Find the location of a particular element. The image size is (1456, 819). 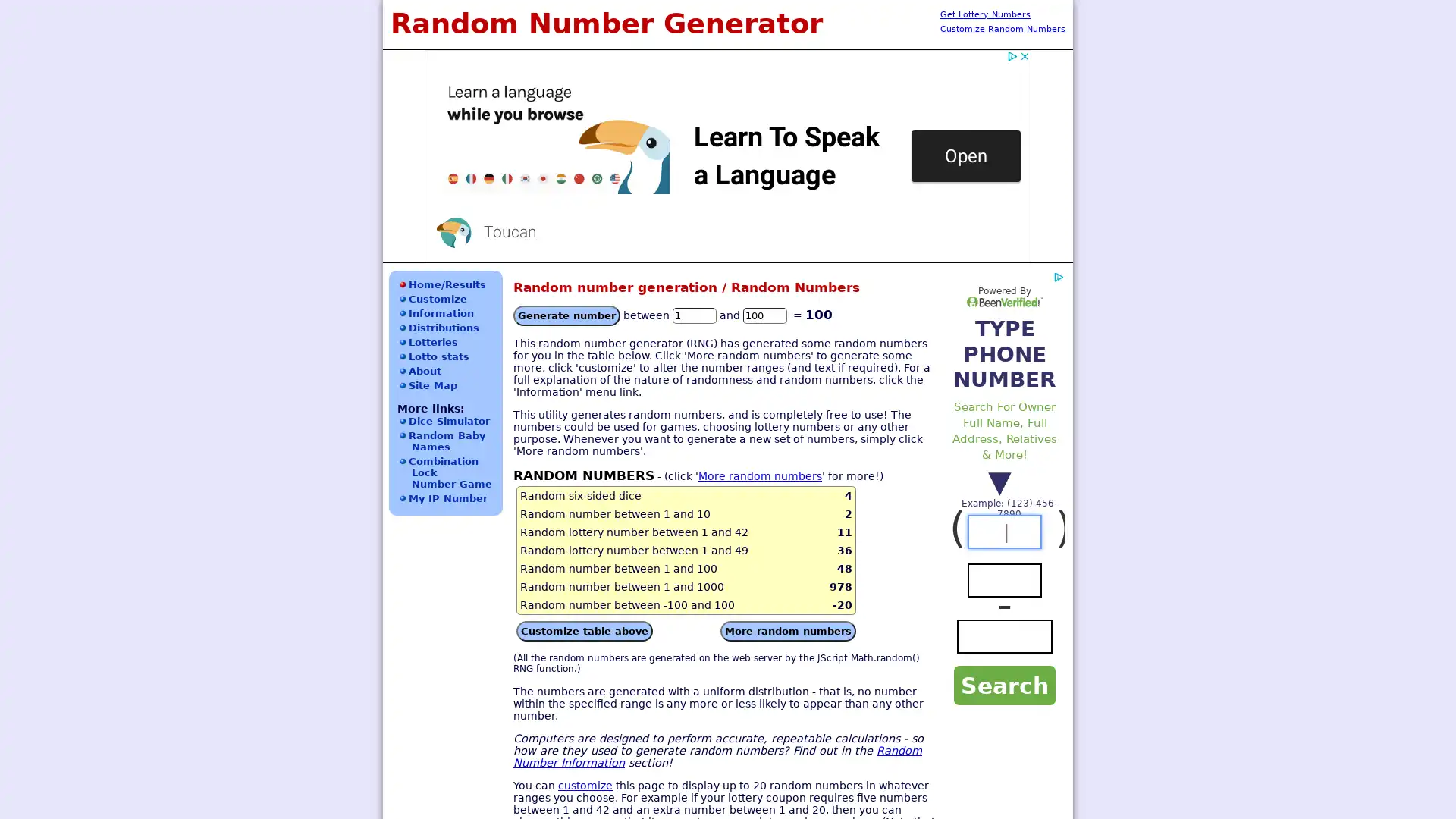

Customize table above is located at coordinates (584, 630).